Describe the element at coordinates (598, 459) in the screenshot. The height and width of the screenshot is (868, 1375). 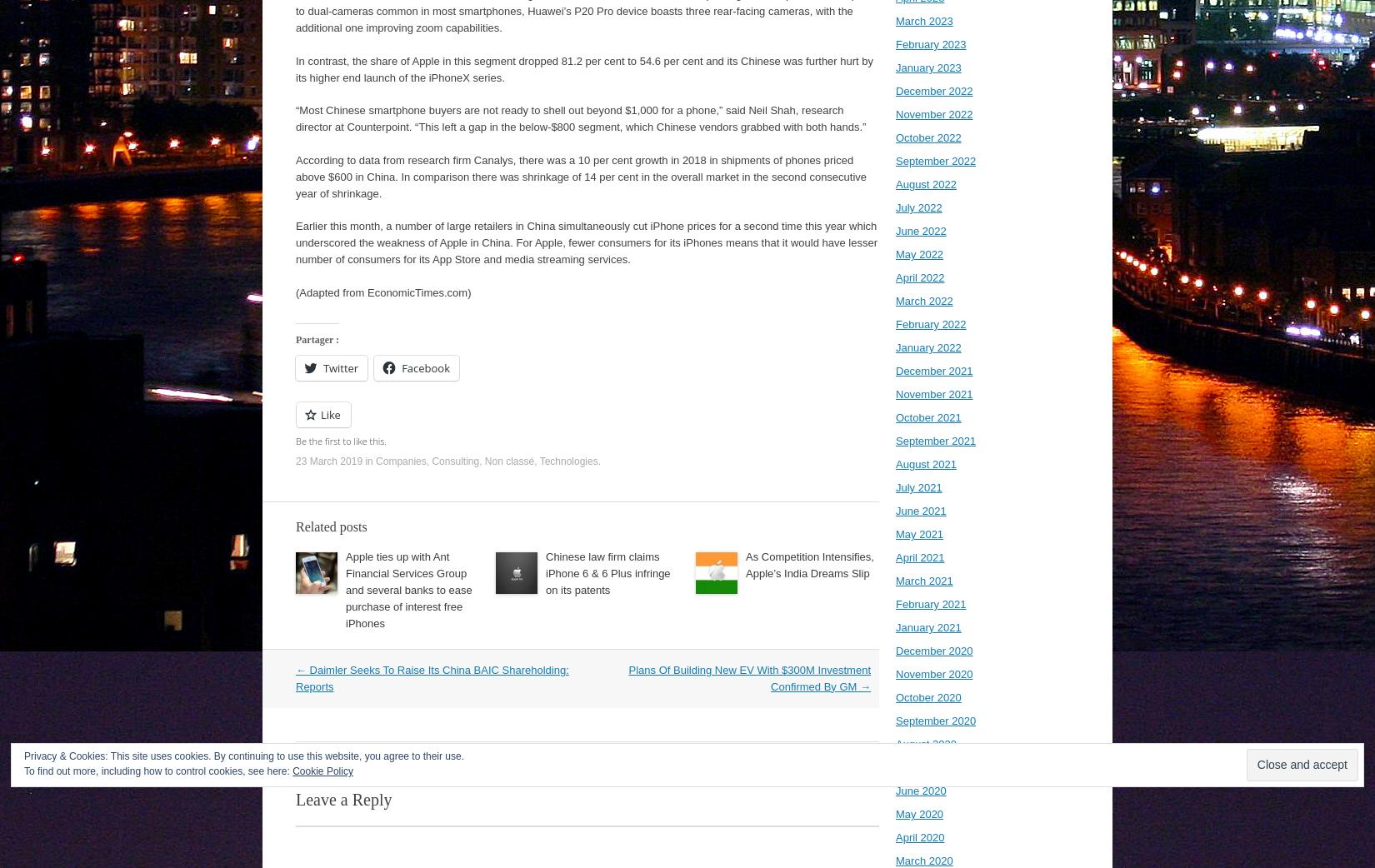
I see `'.'` at that location.